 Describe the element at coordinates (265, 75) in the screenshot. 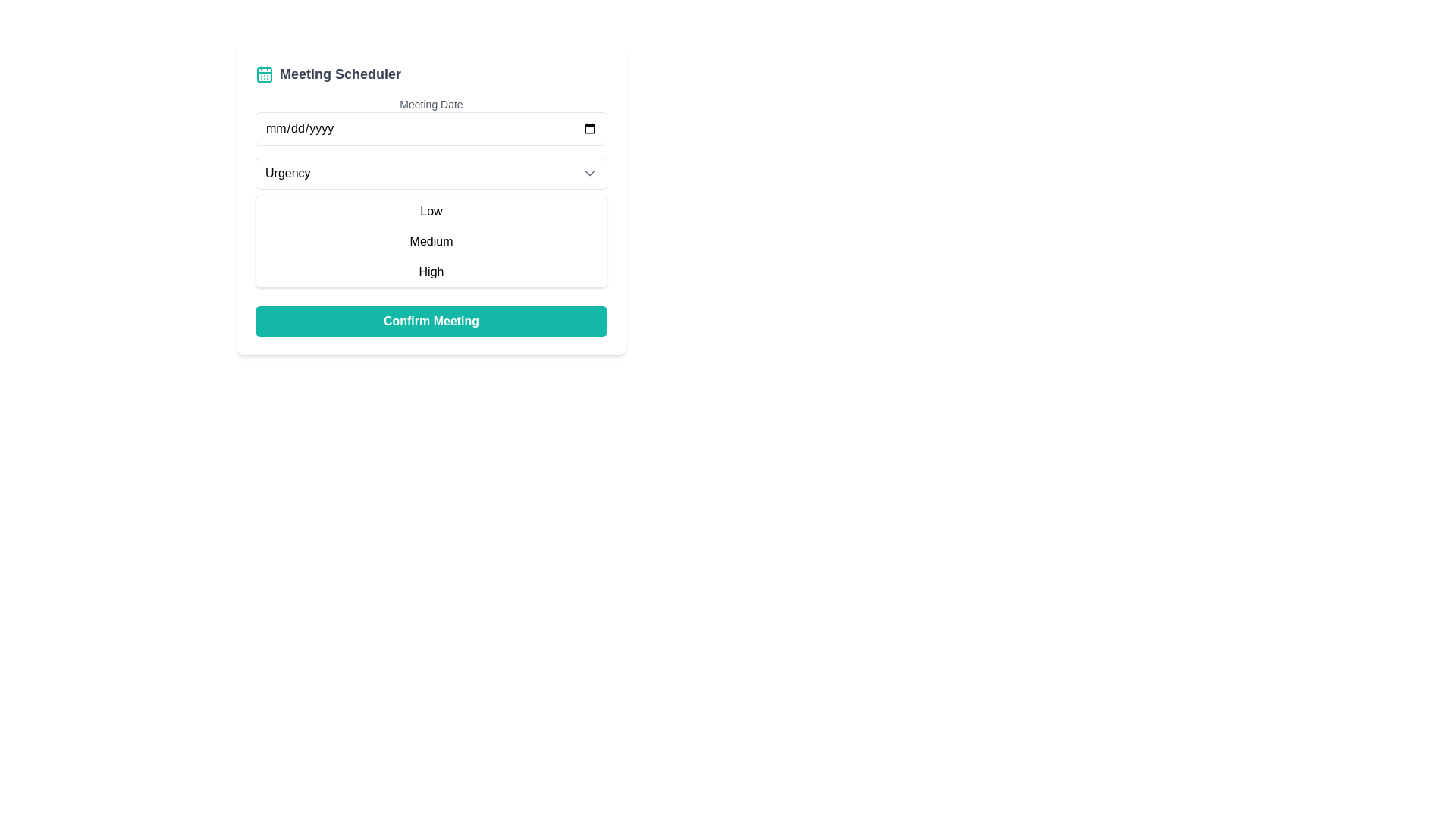

I see `the decorative shape within the calendar icon located in the header section, which is centrally positioned relative to the icon's border` at that location.